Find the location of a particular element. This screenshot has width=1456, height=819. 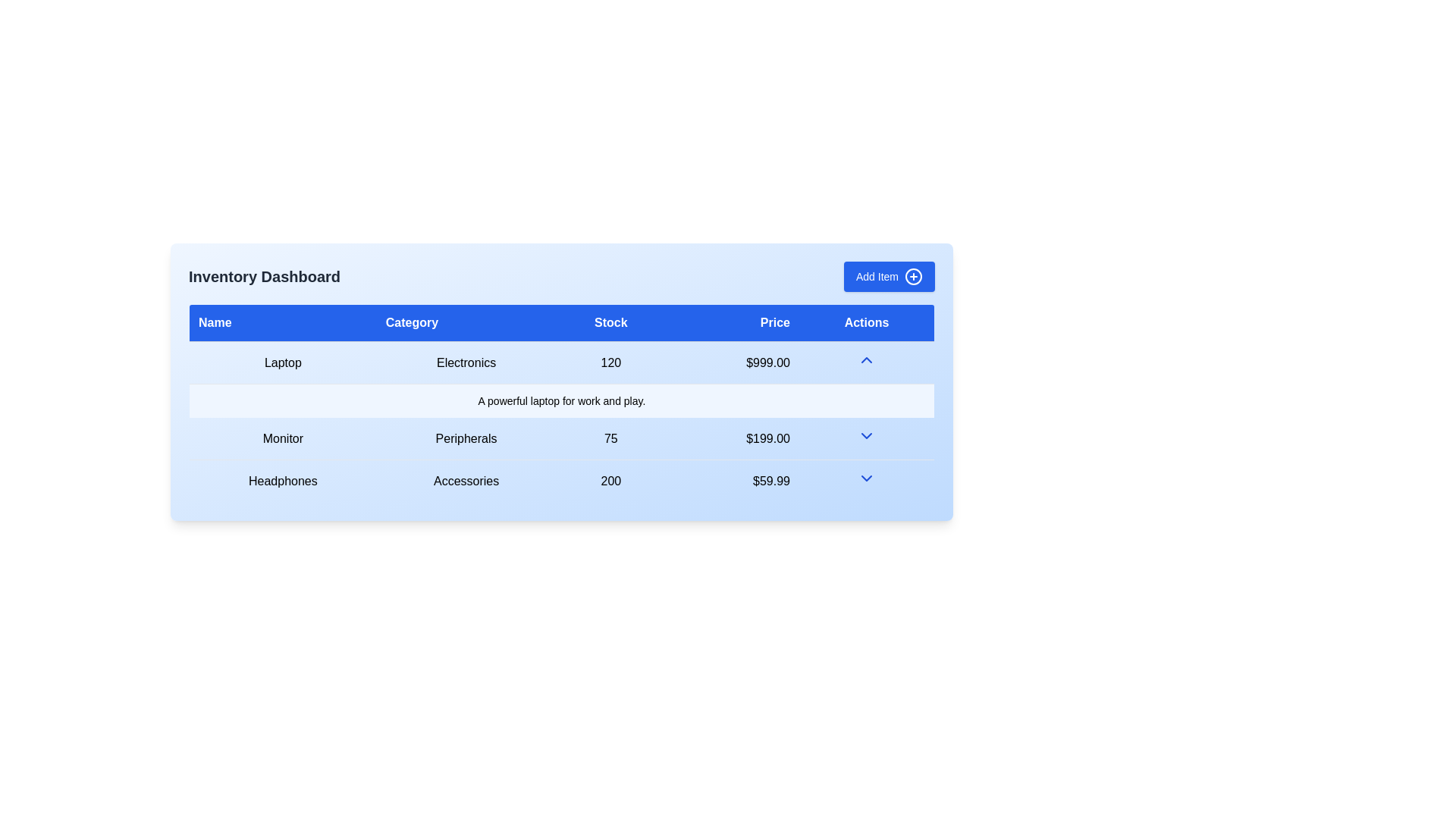

the downward-pointing blue chevron icon in the 'Actions' column of the second row in the table is located at coordinates (866, 435).